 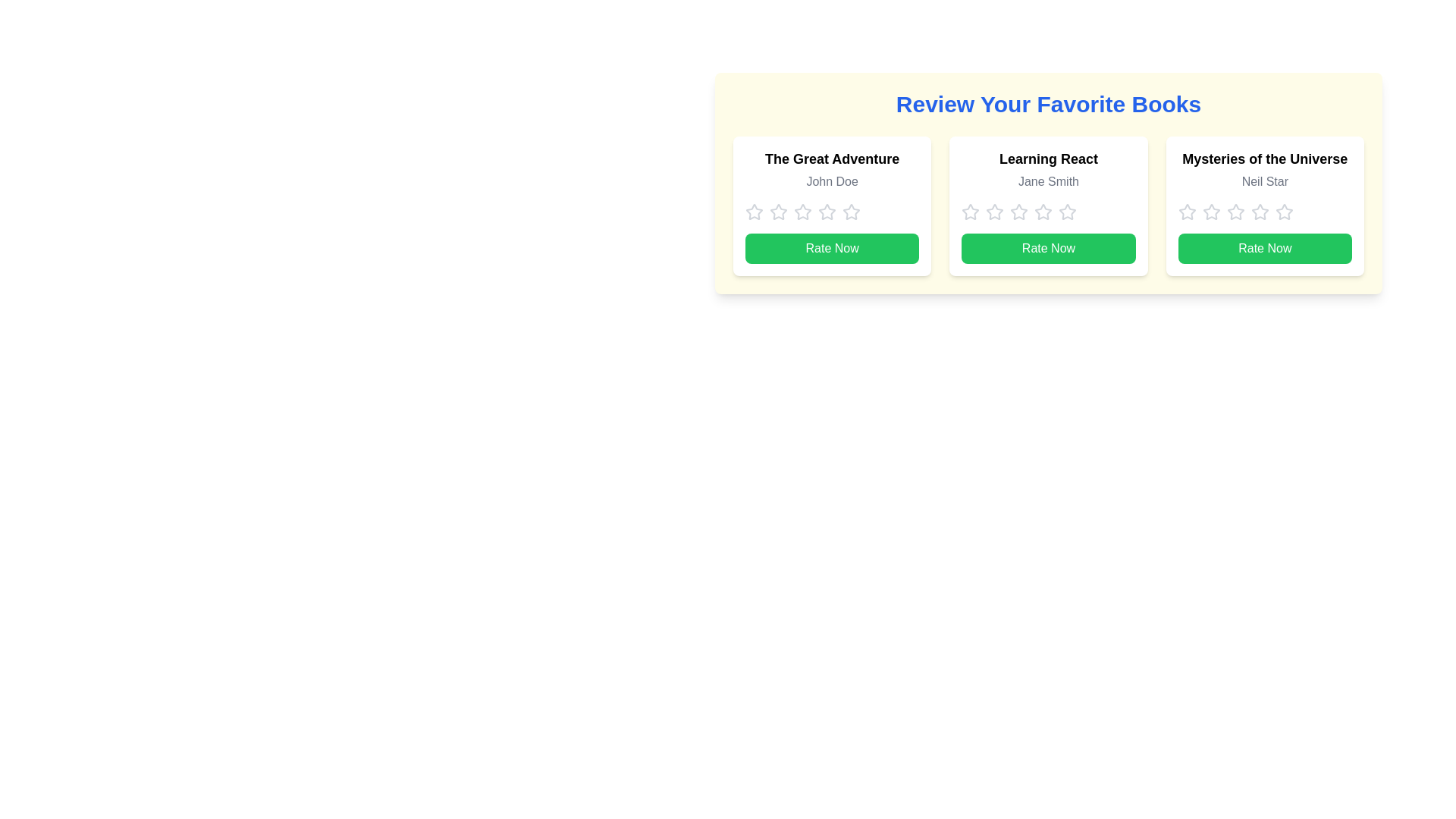 I want to click on the first star of the rating system for the book 'Mysteries of the Universe' to rate it, so click(x=1210, y=212).